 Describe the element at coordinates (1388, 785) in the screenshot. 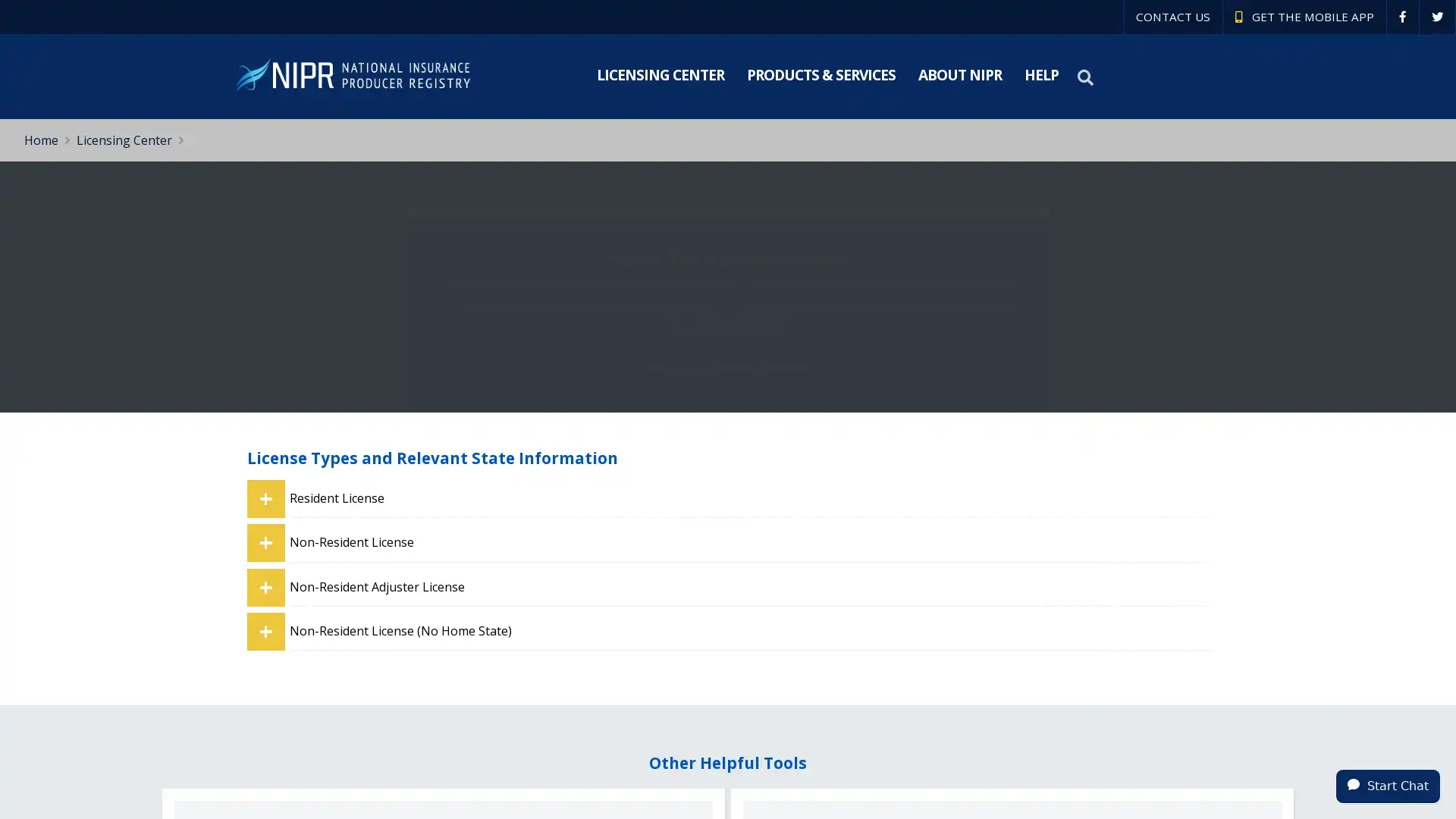

I see `Start Chat` at that location.